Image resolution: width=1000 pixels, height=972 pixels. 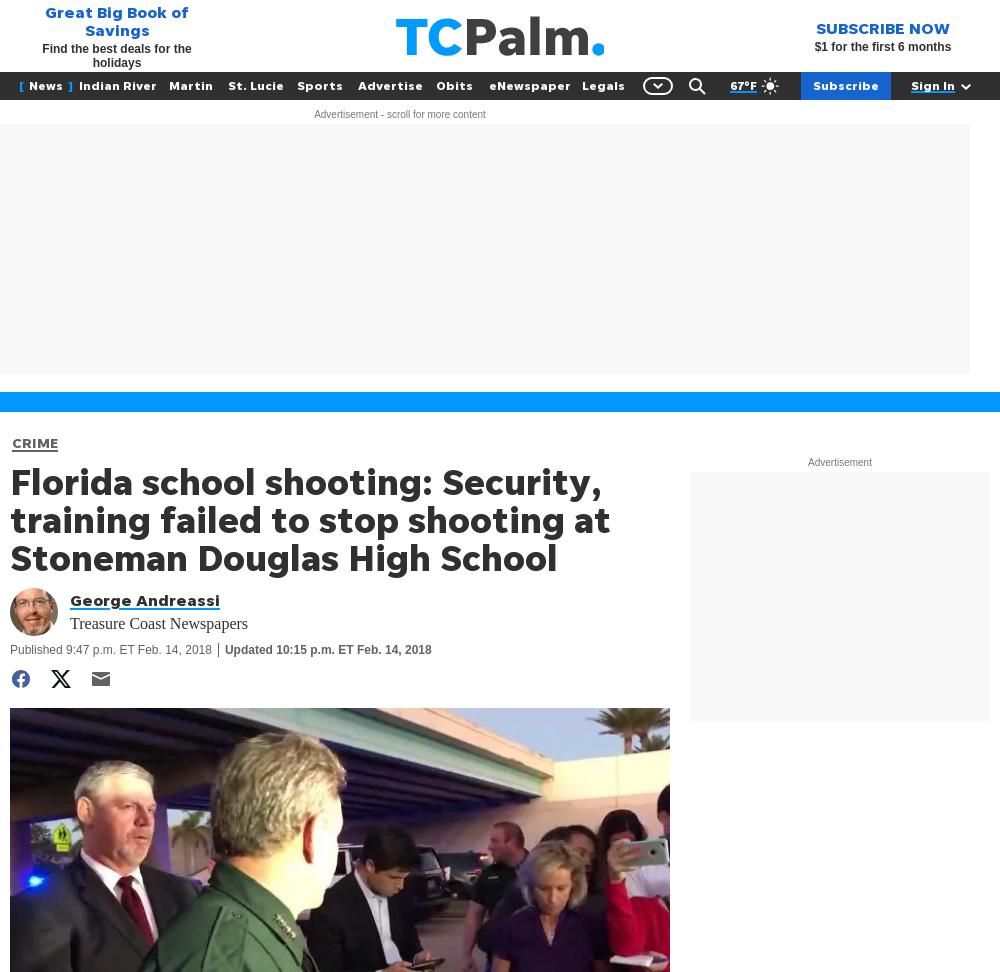 I want to click on 'Advertise', so click(x=390, y=84).